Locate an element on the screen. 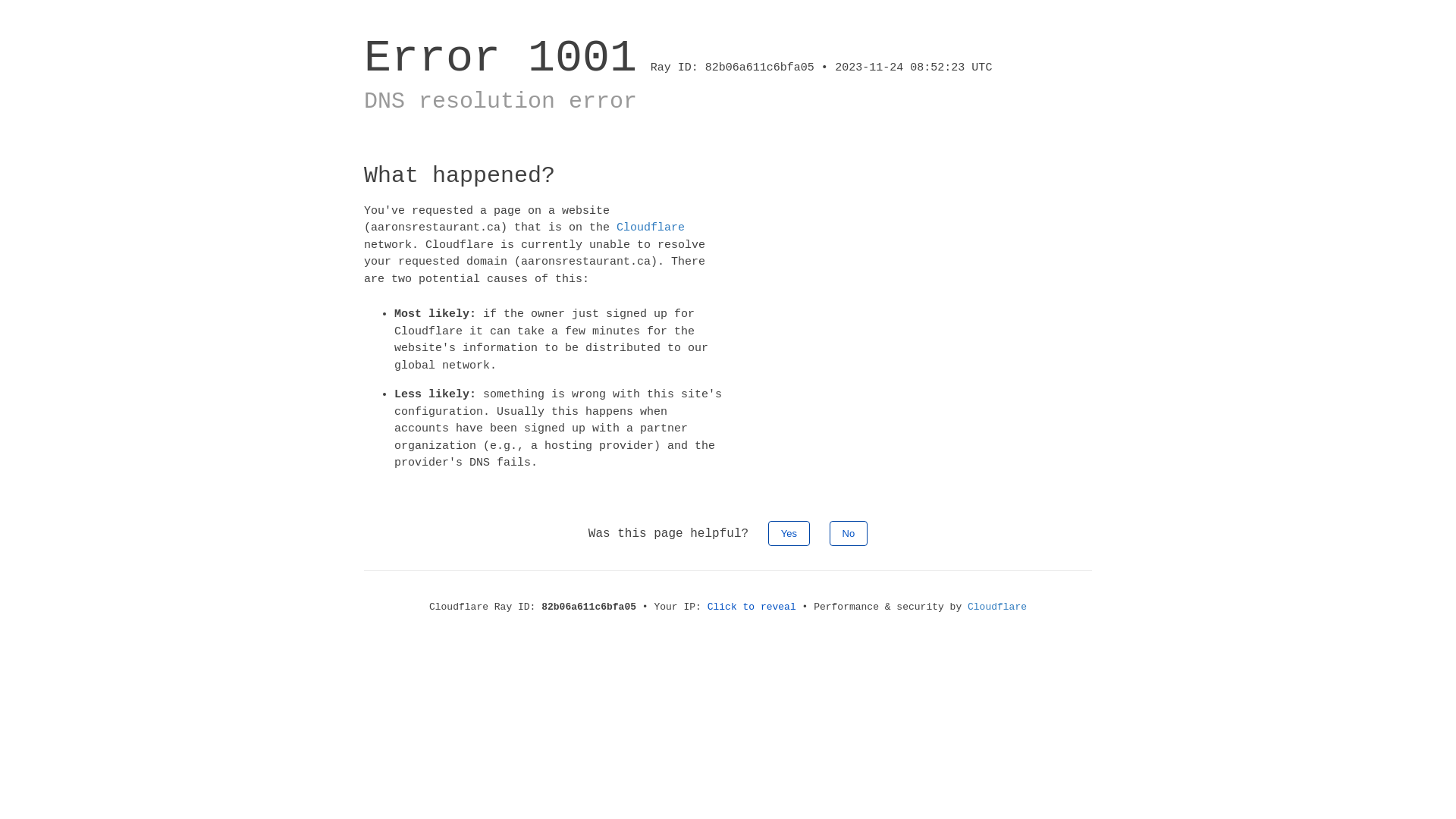 Image resolution: width=1456 pixels, height=819 pixels. 'Click to reveal' is located at coordinates (752, 605).